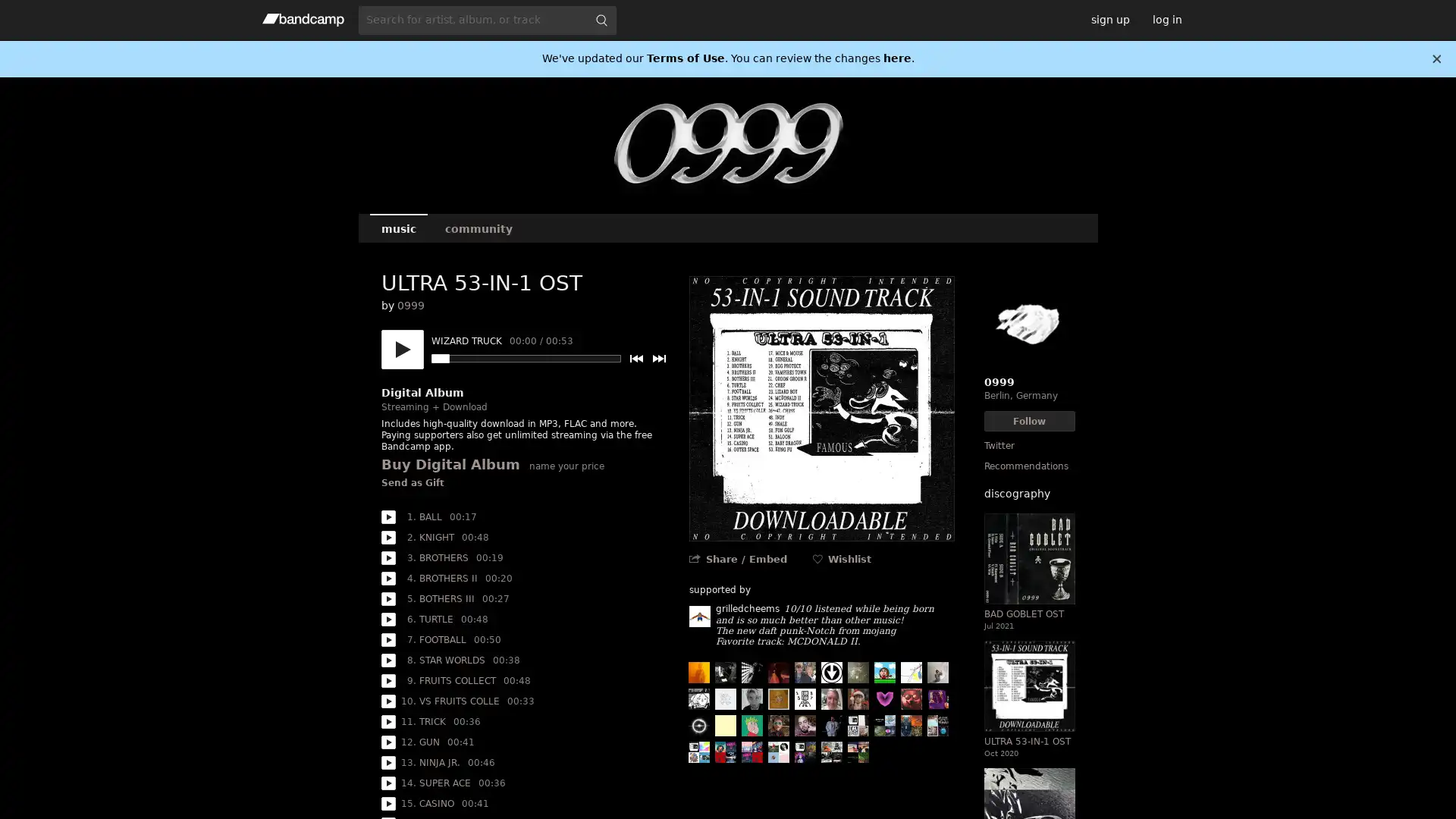  I want to click on Play CASINO, so click(388, 803).